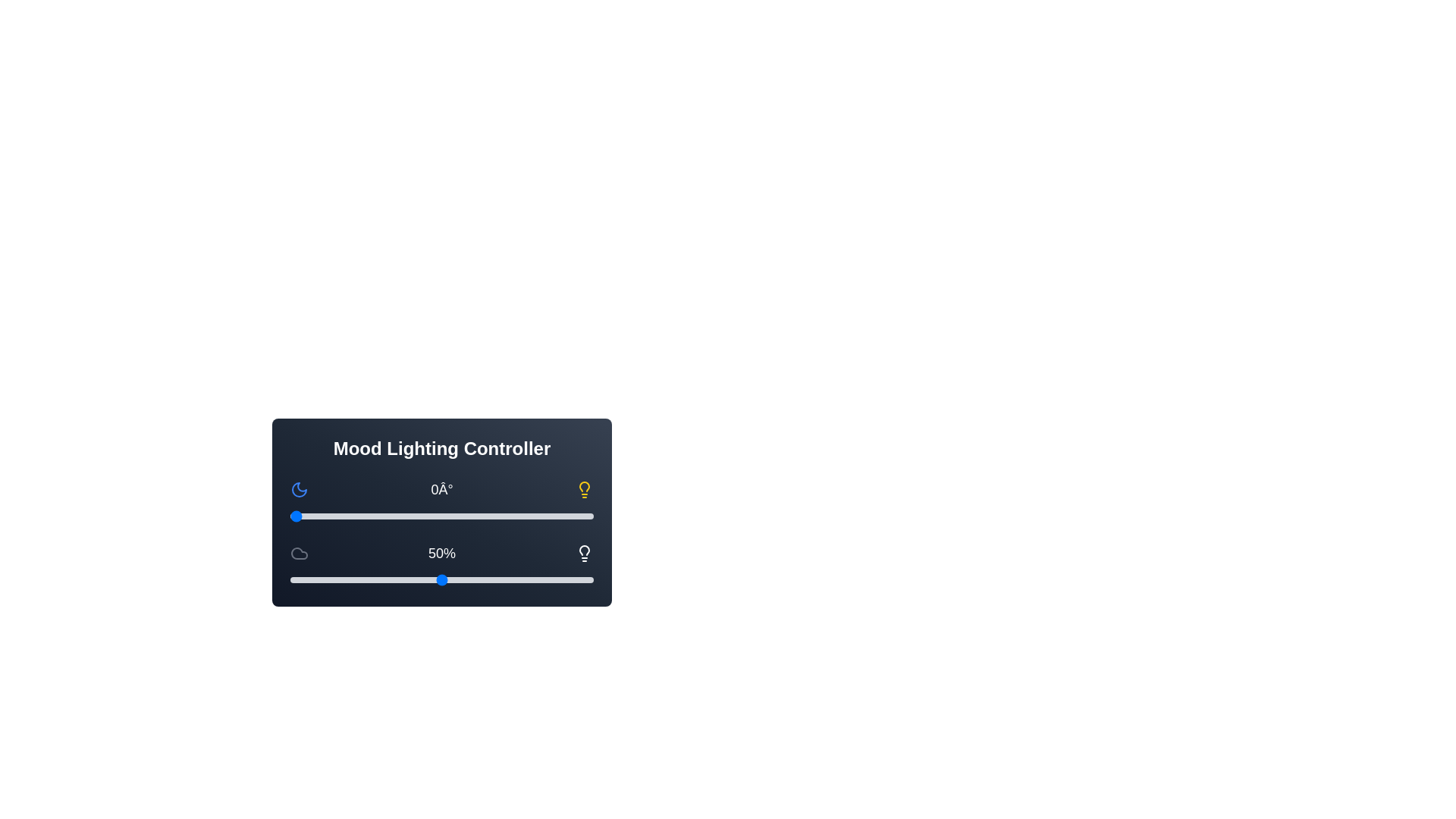 The width and height of the screenshot is (1456, 819). What do you see at coordinates (529, 516) in the screenshot?
I see `the hue slider to 283 degrees` at bounding box center [529, 516].